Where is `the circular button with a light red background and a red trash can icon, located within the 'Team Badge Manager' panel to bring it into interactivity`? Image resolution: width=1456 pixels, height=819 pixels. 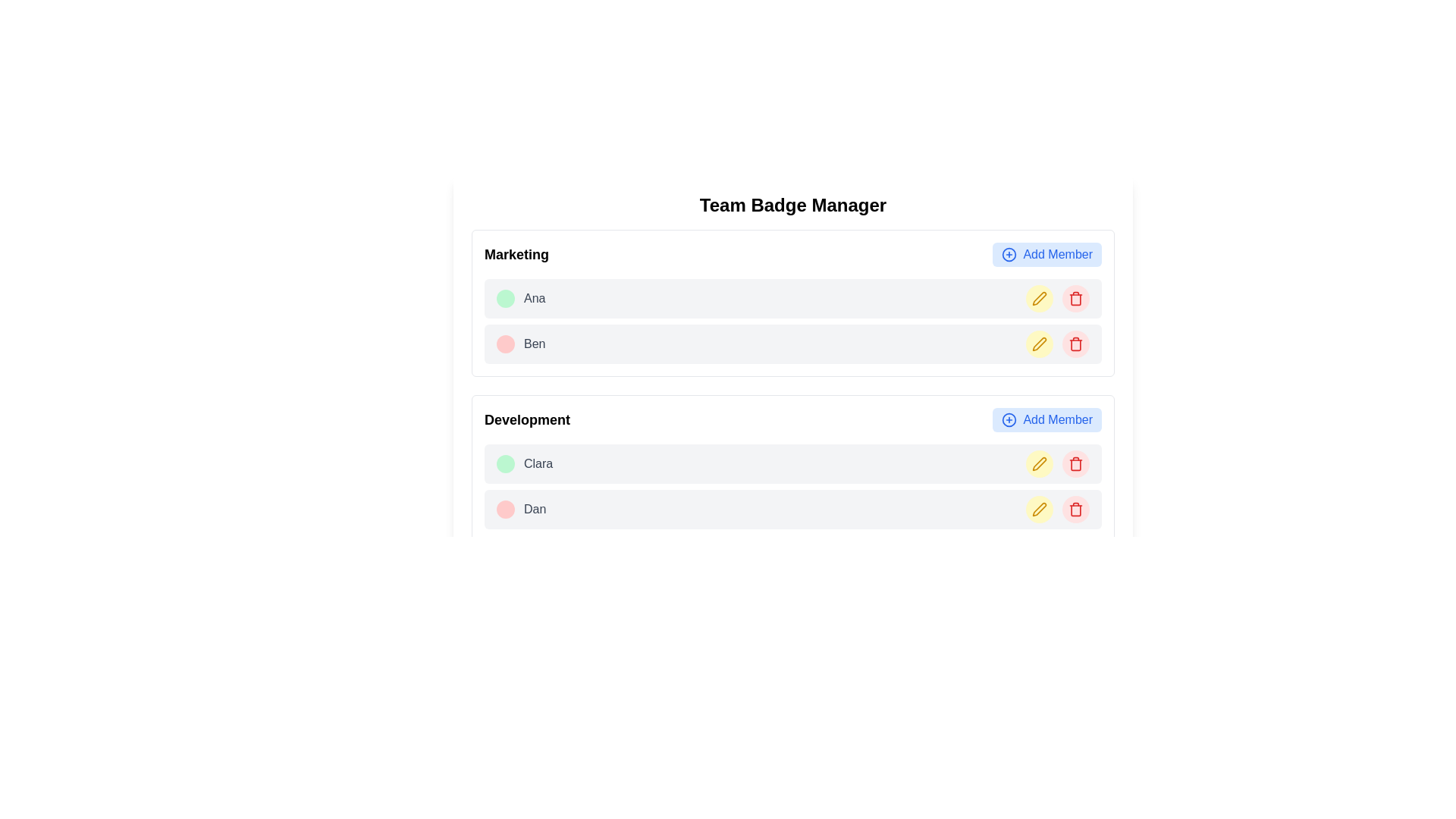 the circular button with a light red background and a red trash can icon, located within the 'Team Badge Manager' panel to bring it into interactivity is located at coordinates (1075, 298).